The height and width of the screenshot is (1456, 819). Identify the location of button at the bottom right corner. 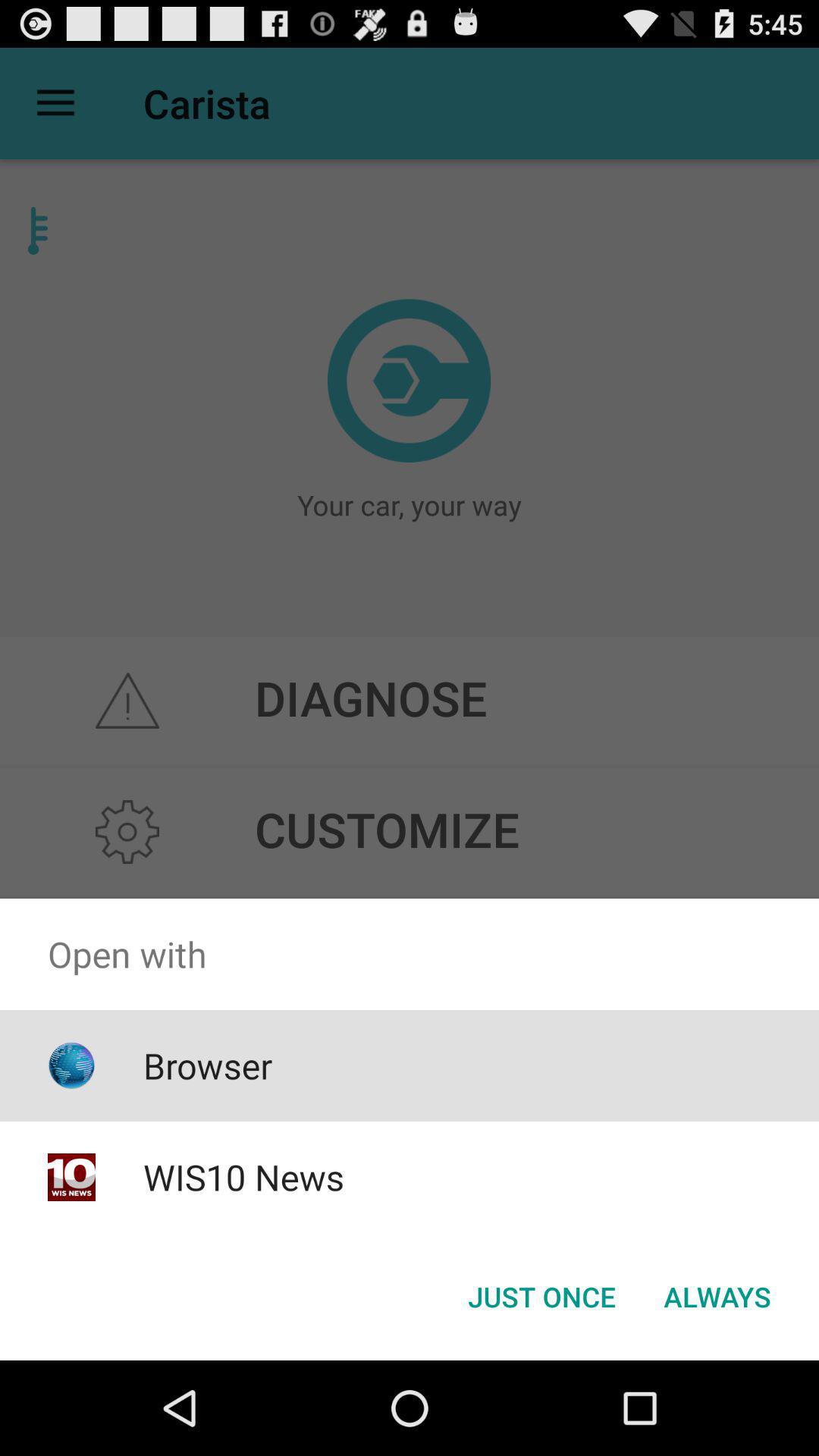
(717, 1295).